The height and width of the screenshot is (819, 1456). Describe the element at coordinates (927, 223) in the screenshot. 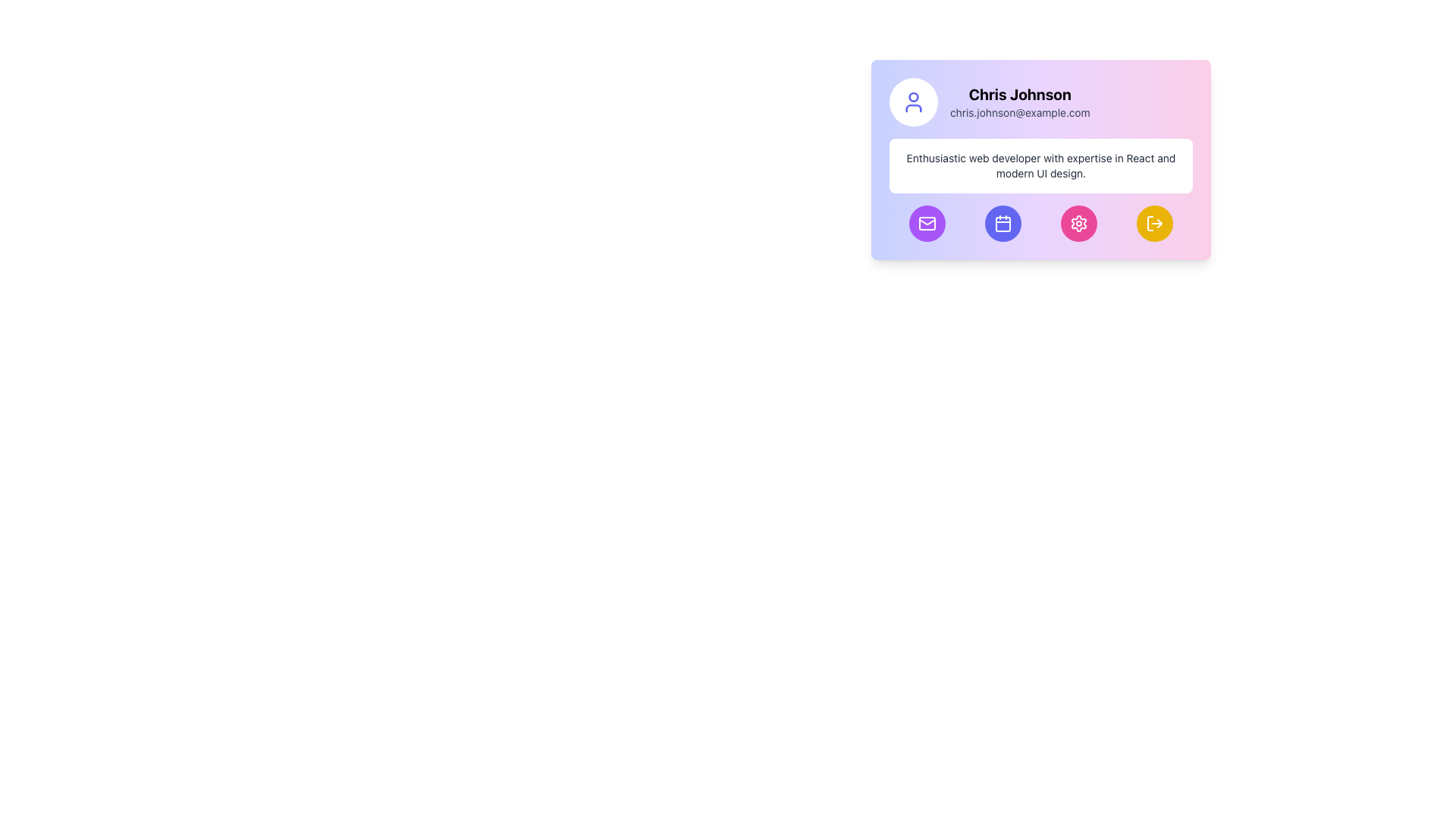

I see `the circular button with a purple background and a white mail icon` at that location.